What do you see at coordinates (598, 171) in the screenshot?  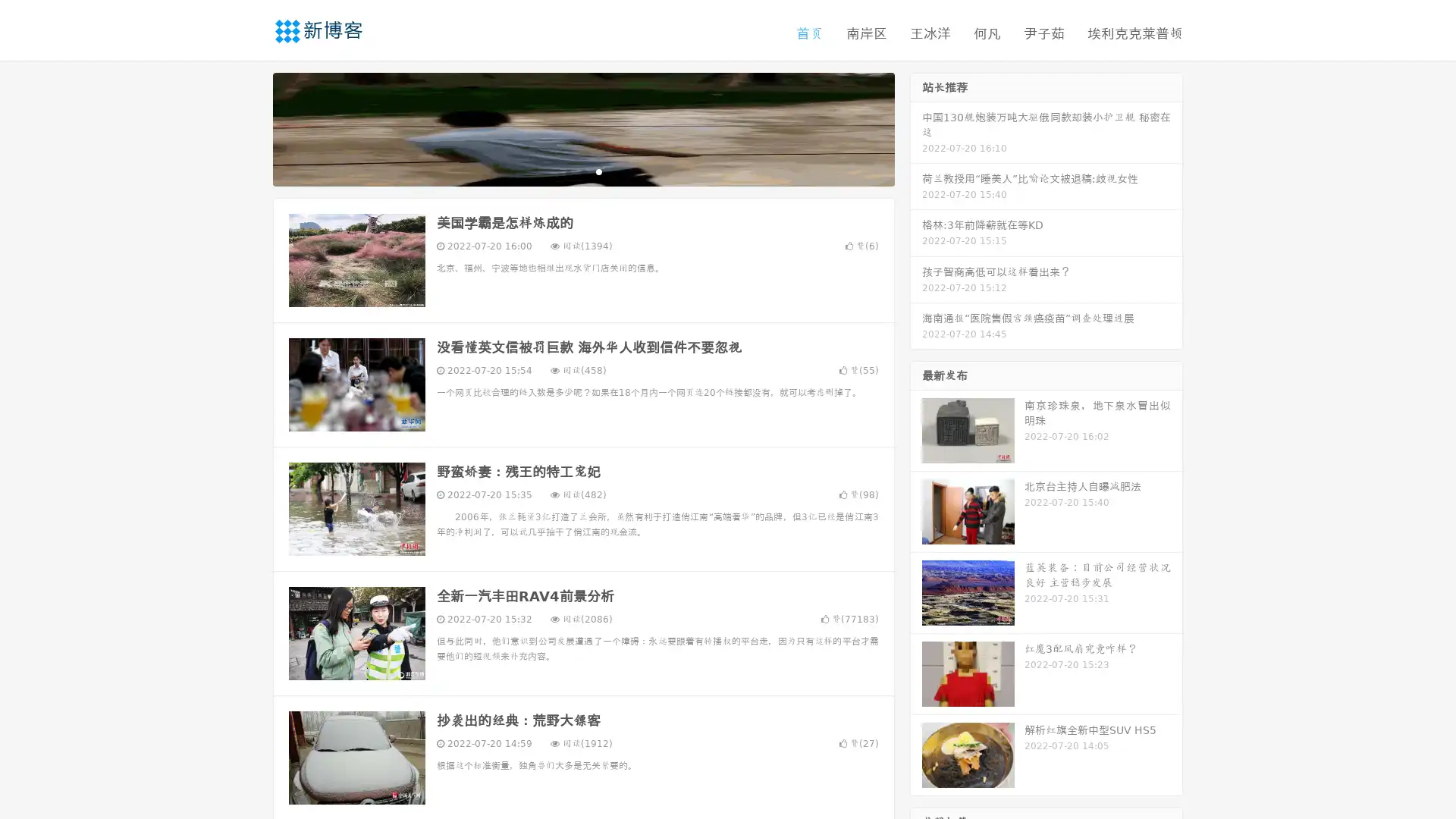 I see `Go to slide 3` at bounding box center [598, 171].